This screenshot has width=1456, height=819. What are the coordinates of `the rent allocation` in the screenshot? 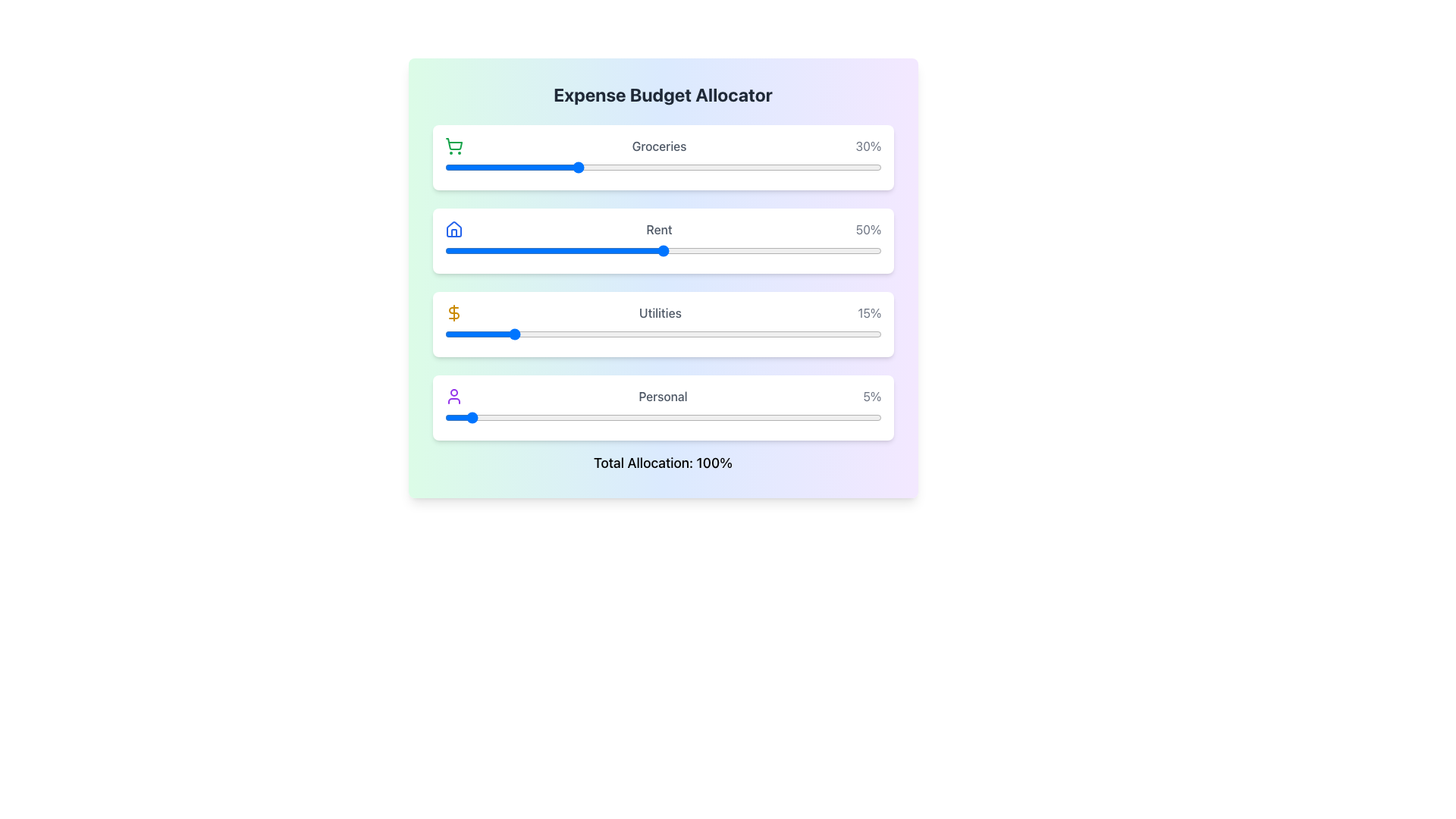 It's located at (562, 250).